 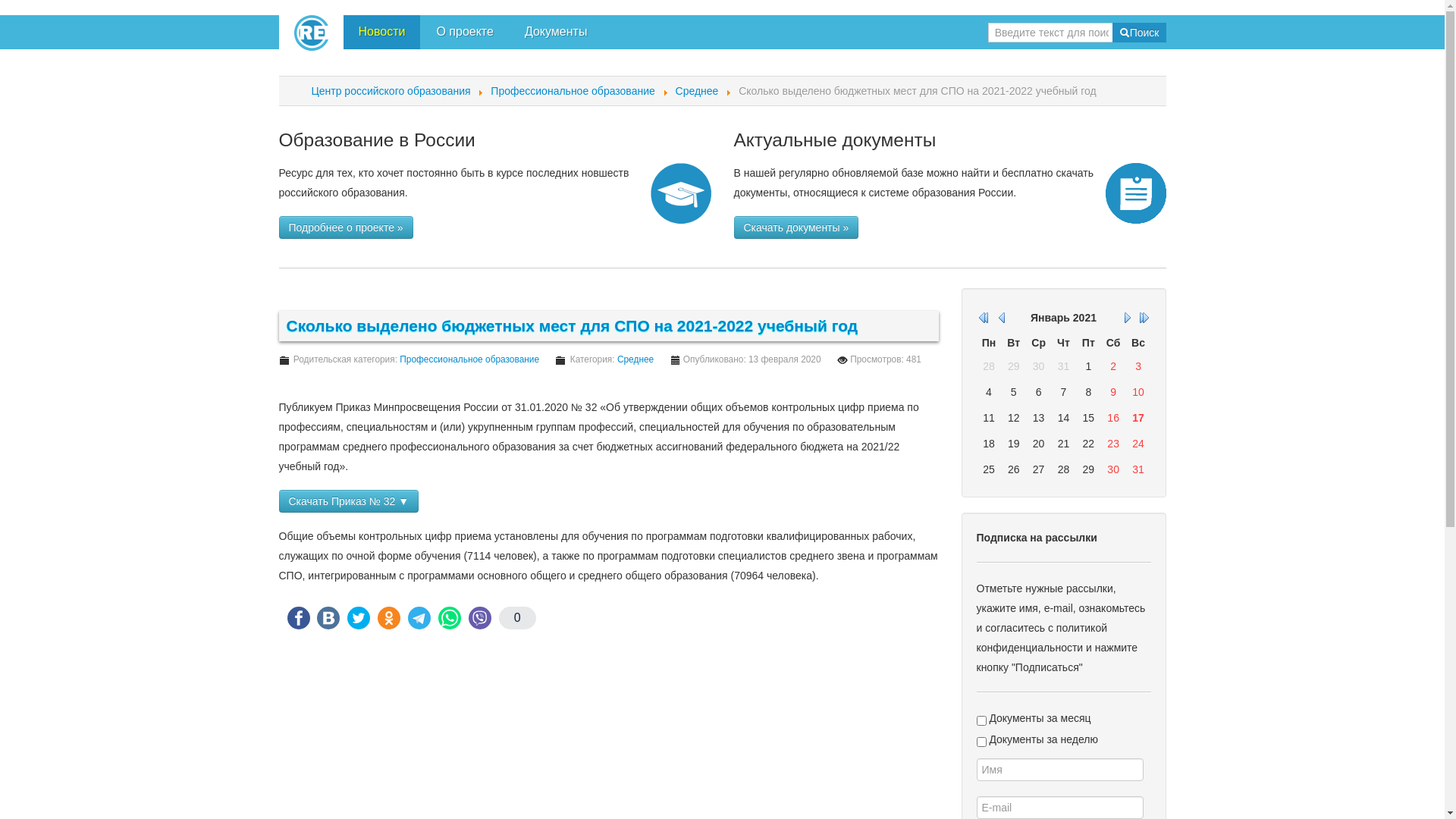 I want to click on 'WhatsApp', so click(x=449, y=617).